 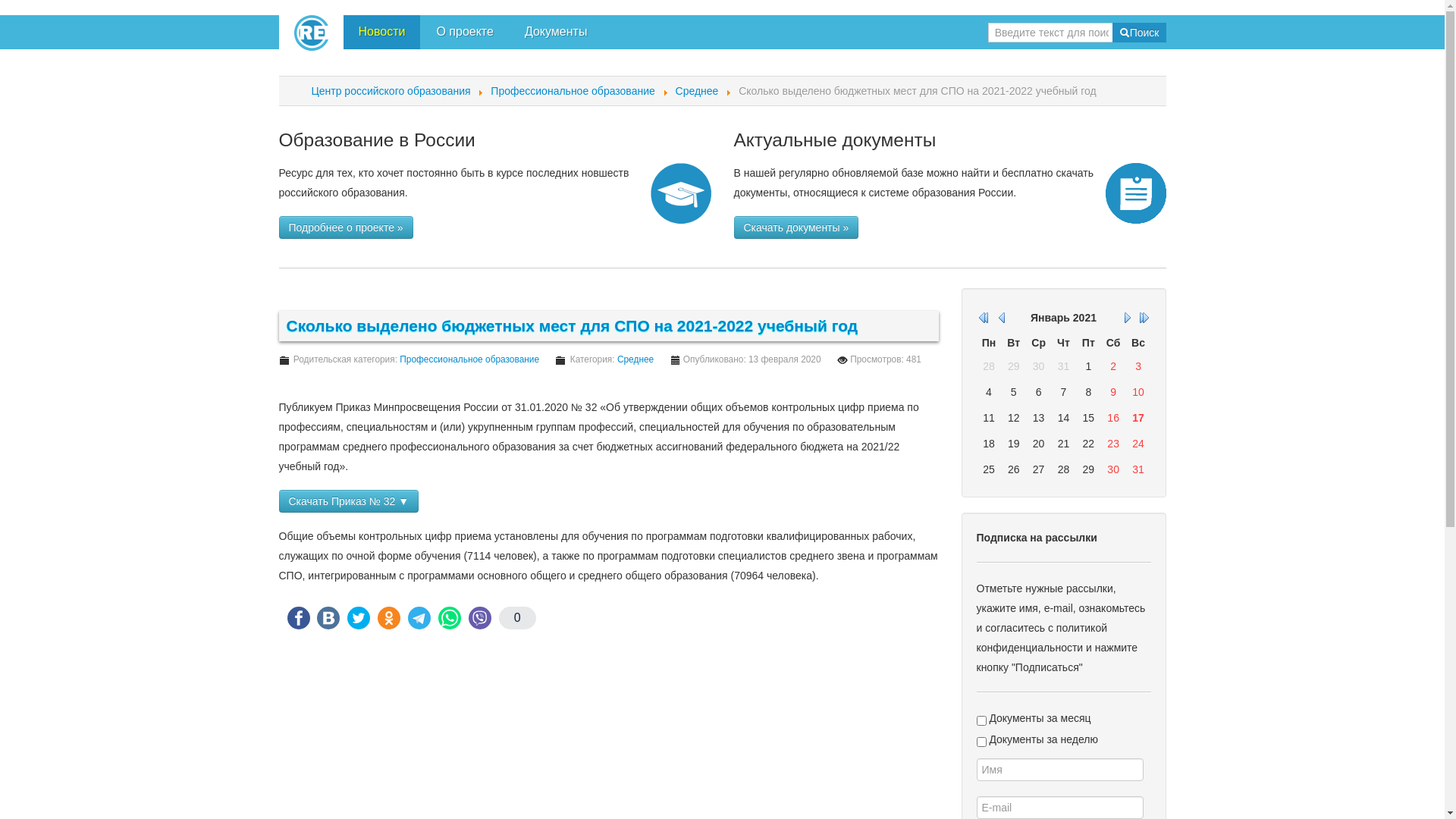 I want to click on 'WhatsApp', so click(x=449, y=617).